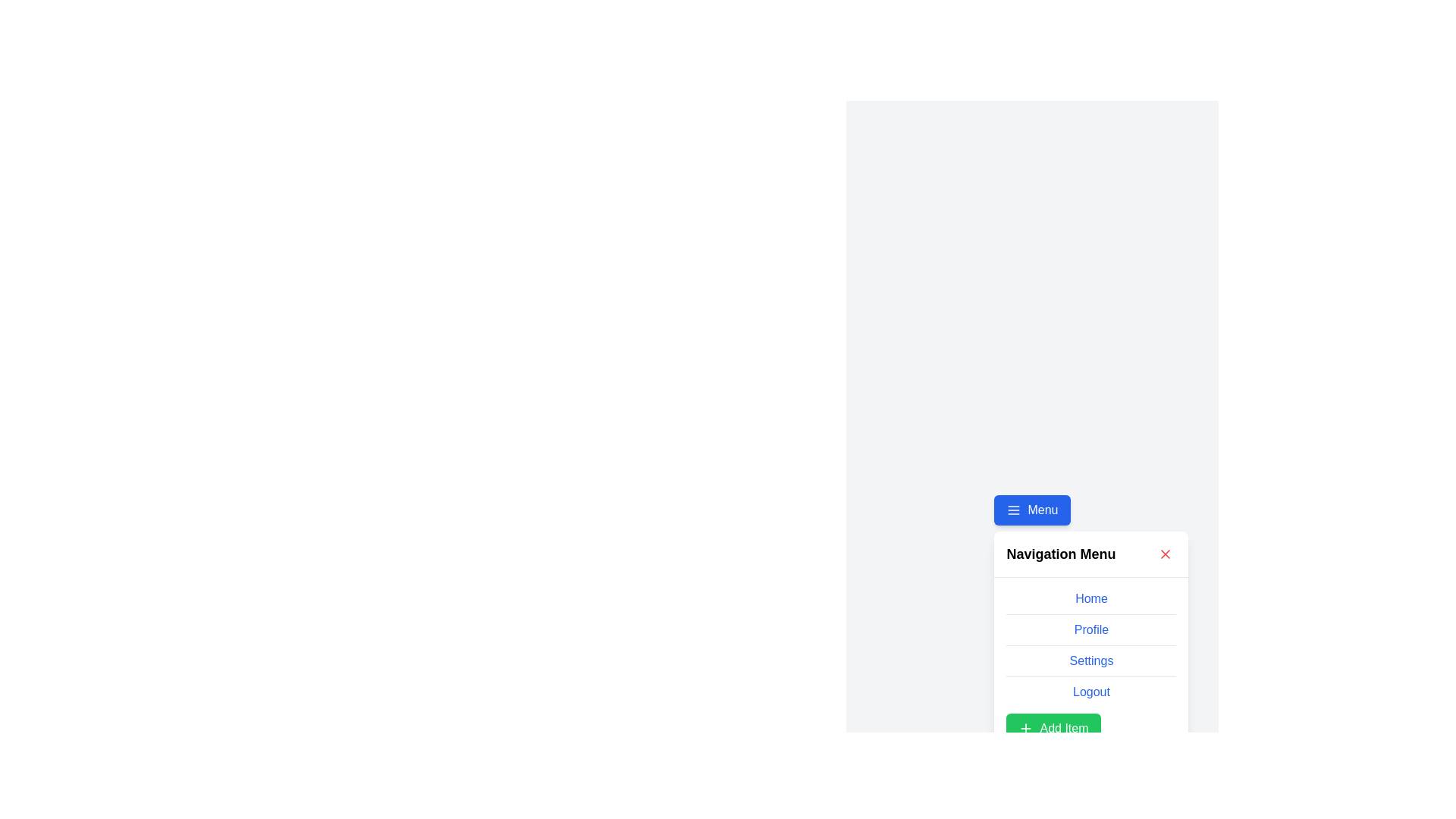 The height and width of the screenshot is (819, 1456). I want to click on the second item in the vertical list of the 'Navigation Menu' dropdown, which is a link to the Profile page, so click(1090, 629).